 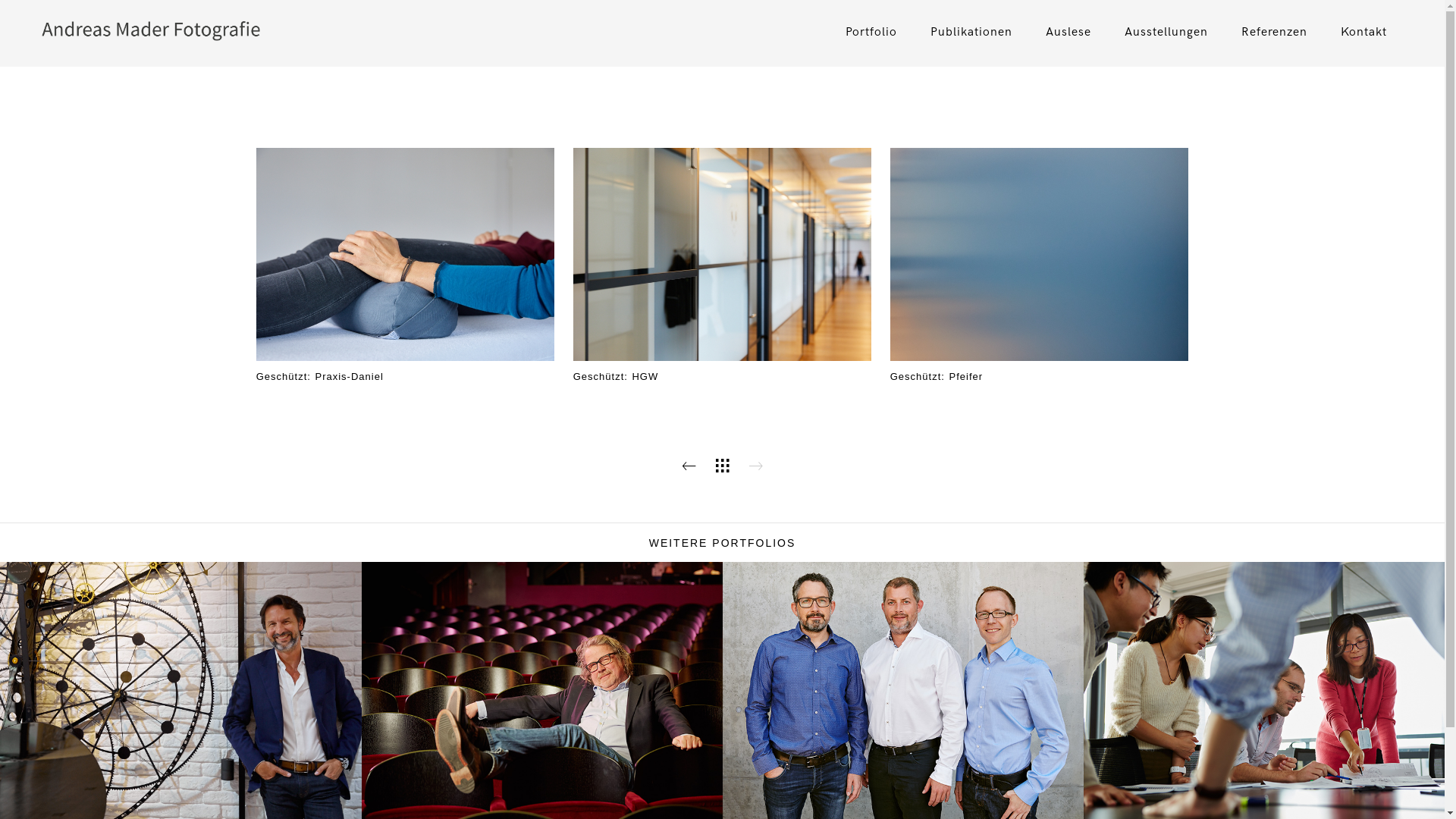 I want to click on 'Auslese', so click(x=1068, y=32).